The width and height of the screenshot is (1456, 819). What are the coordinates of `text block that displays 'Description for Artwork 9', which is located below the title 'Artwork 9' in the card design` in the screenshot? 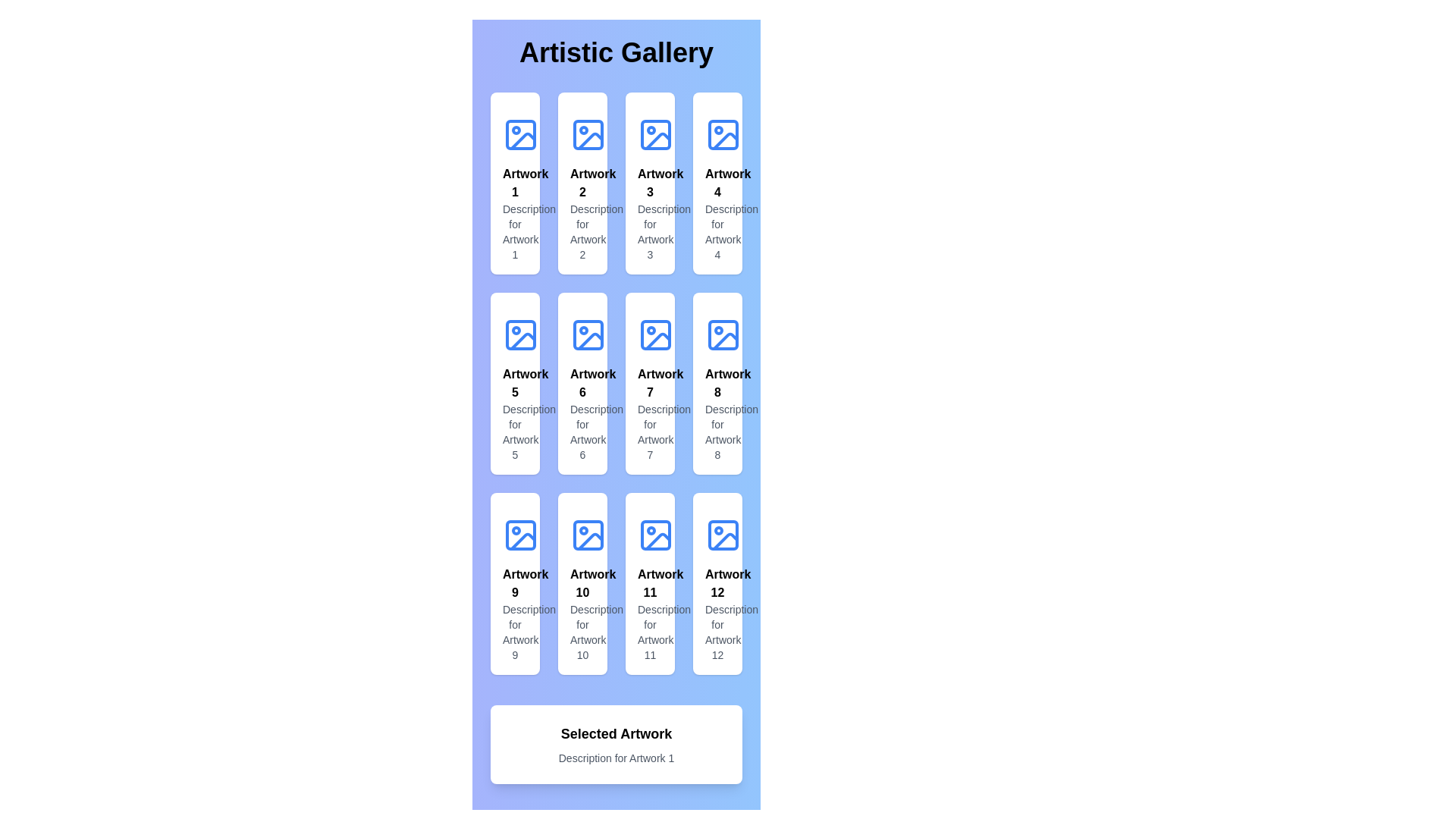 It's located at (515, 632).